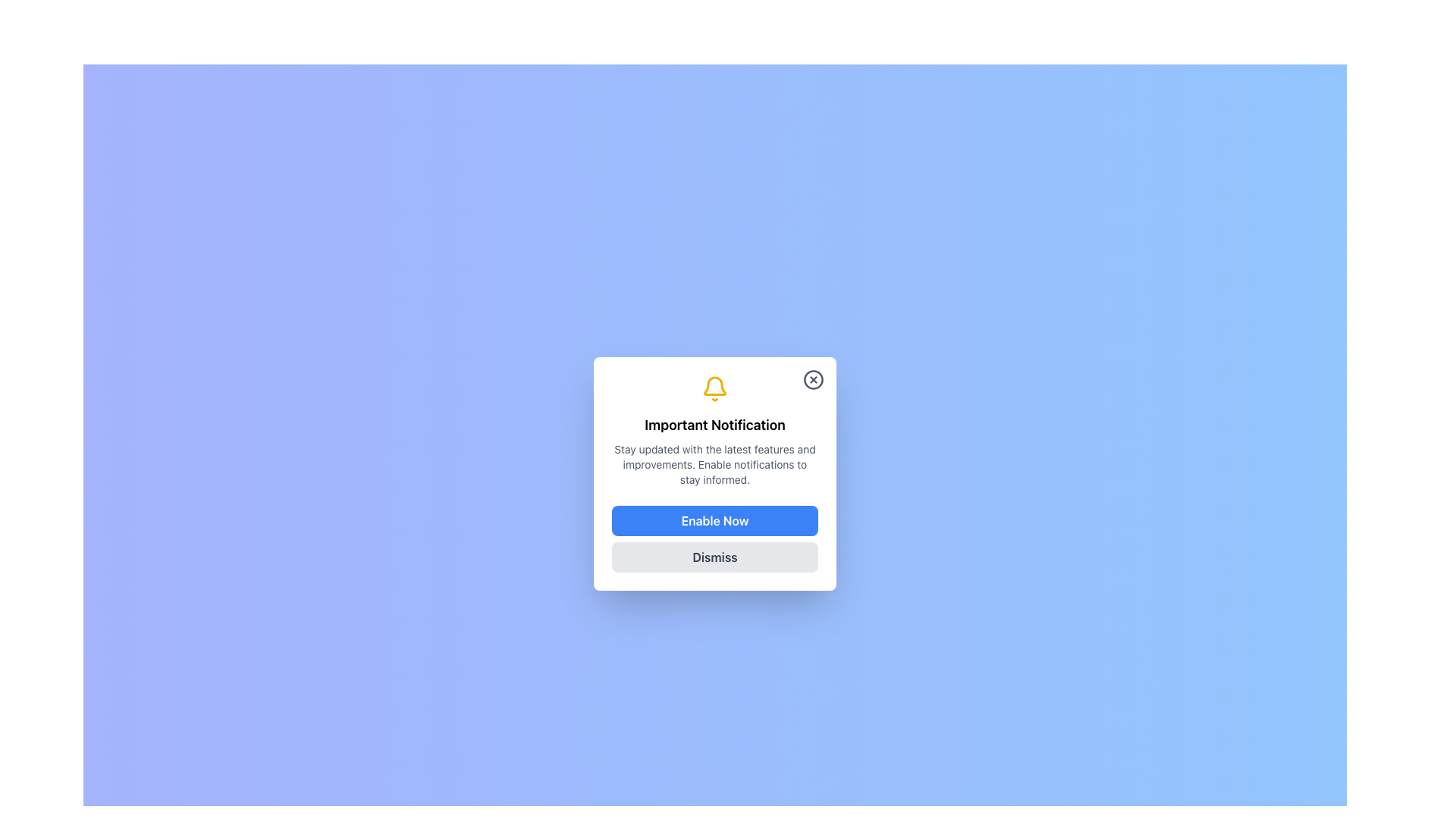  Describe the element at coordinates (813, 379) in the screenshot. I see `the circular close icon located at the top-right corner of the notification card` at that location.